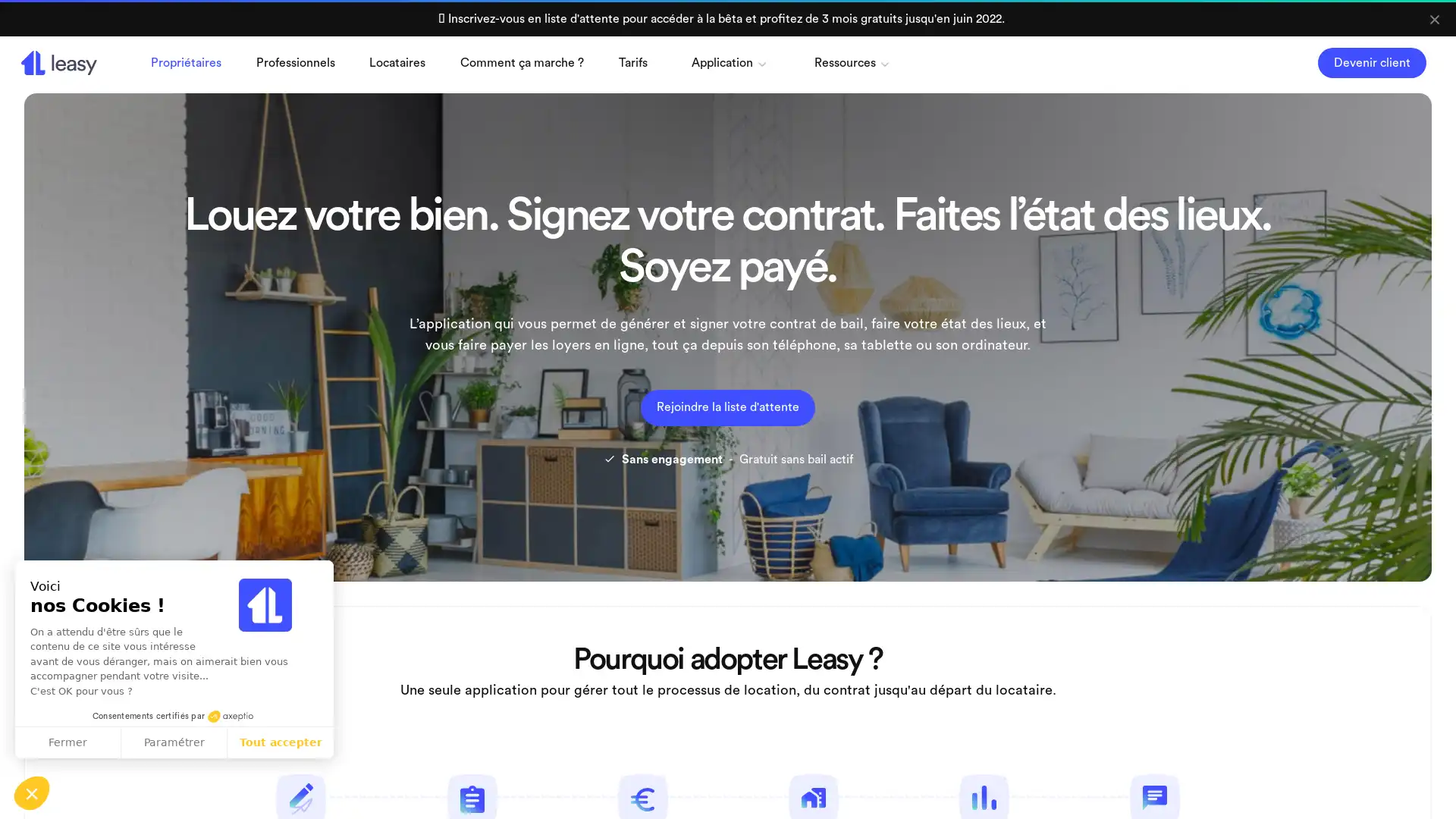 The height and width of the screenshot is (819, 1456). I want to click on Consentements certifies par, so click(174, 716).